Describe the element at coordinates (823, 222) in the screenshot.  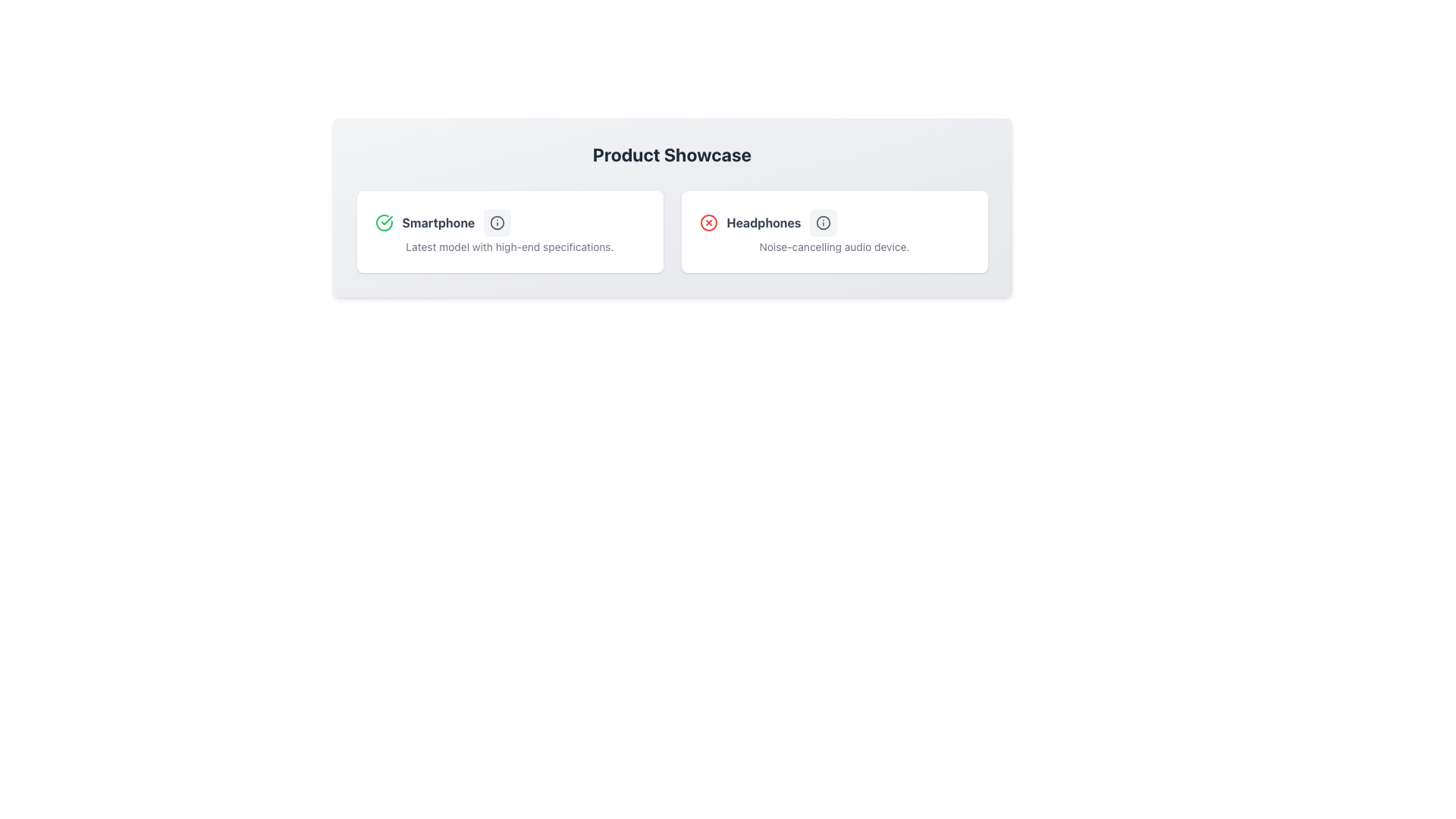
I see `the SVG Circle that visually indicates a help feature within the right information block of the 'Headphones' product card` at that location.